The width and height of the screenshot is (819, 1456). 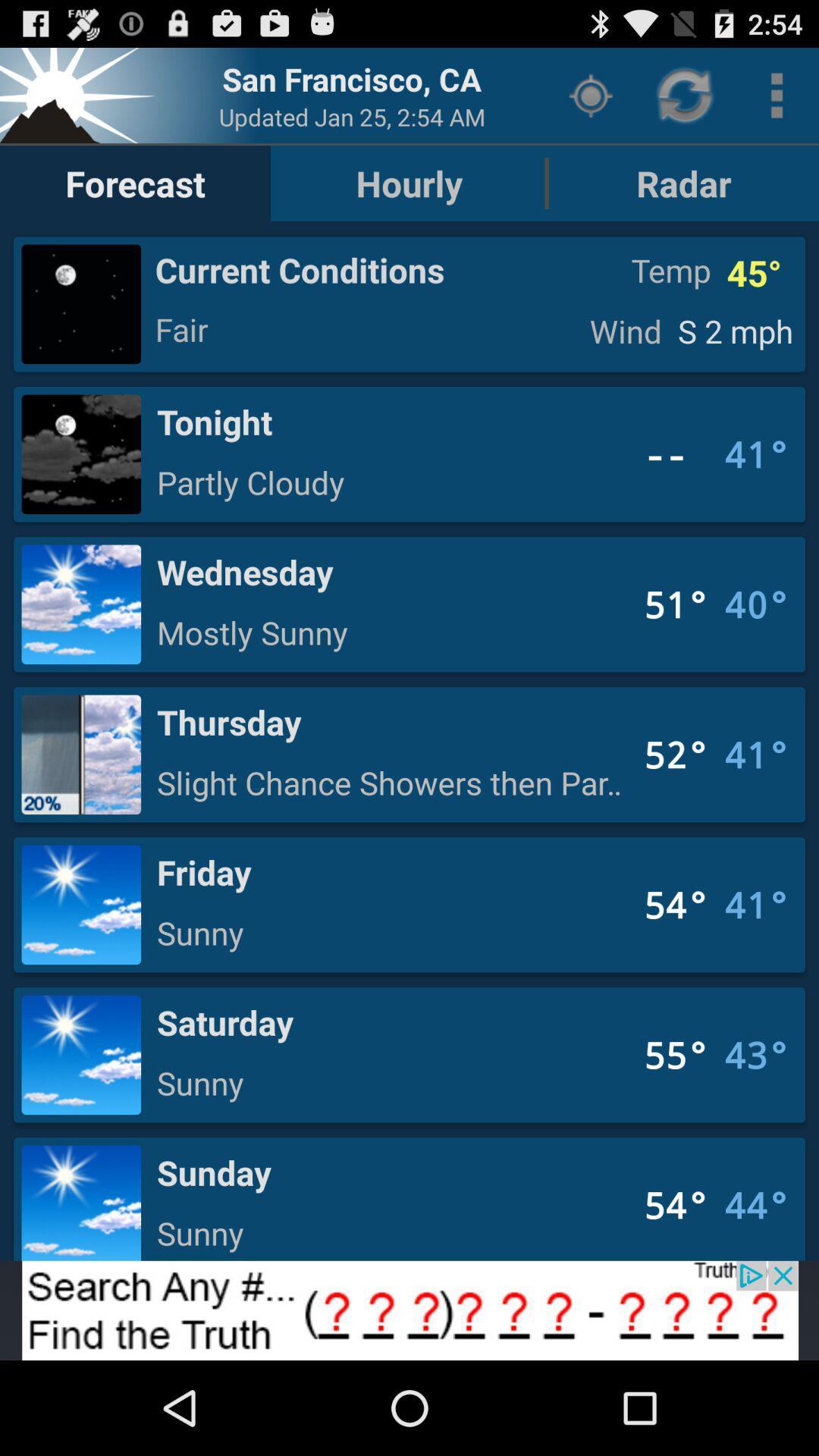 What do you see at coordinates (81, 303) in the screenshot?
I see `the image which is left side of the current conditions` at bounding box center [81, 303].